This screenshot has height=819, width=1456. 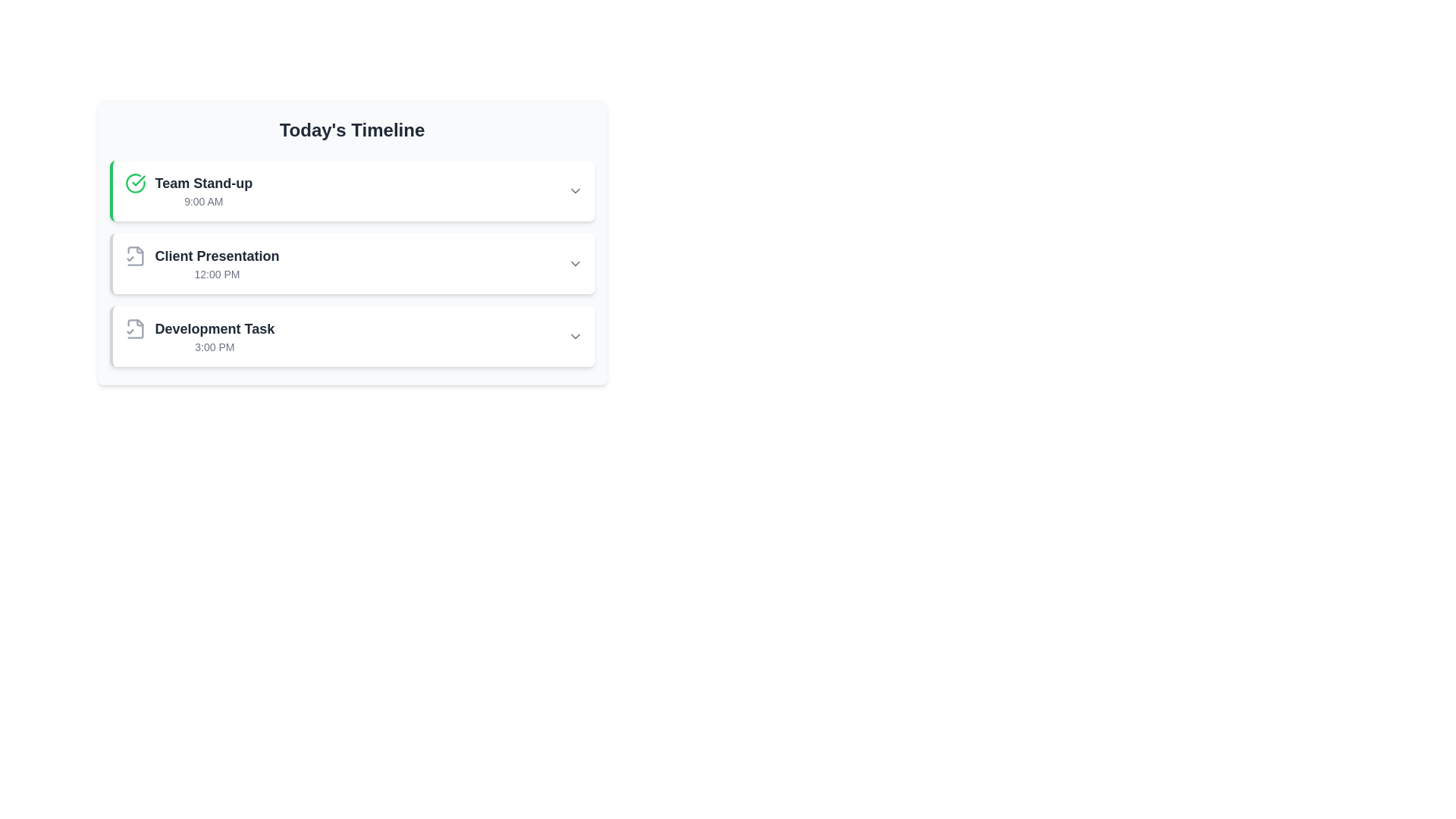 What do you see at coordinates (201, 262) in the screenshot?
I see `the 'Client Presentation' list item` at bounding box center [201, 262].